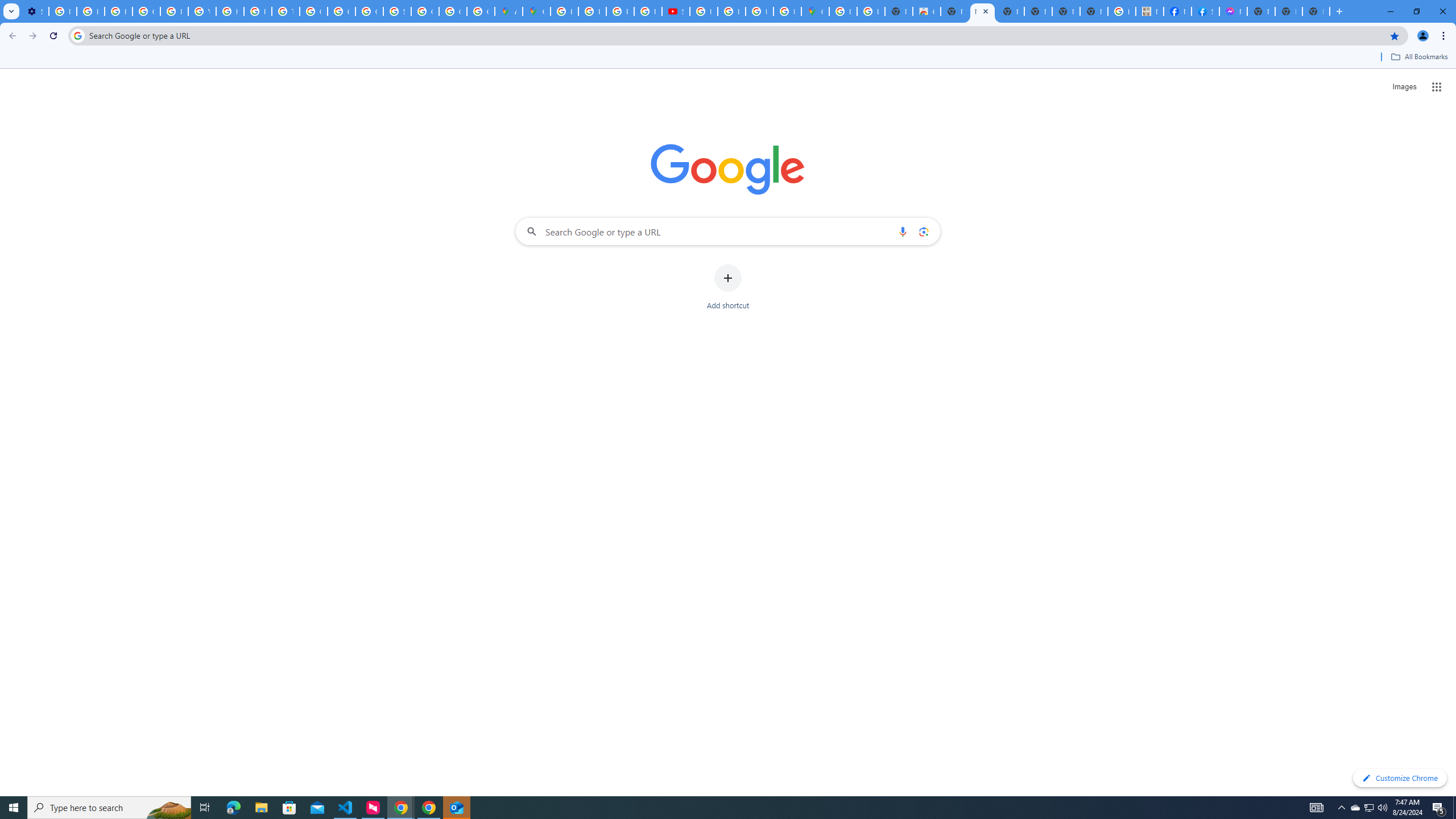 The image size is (1456, 819). Describe the element at coordinates (63, 11) in the screenshot. I see `'Delete photos & videos - Computer - Google Photos Help'` at that location.